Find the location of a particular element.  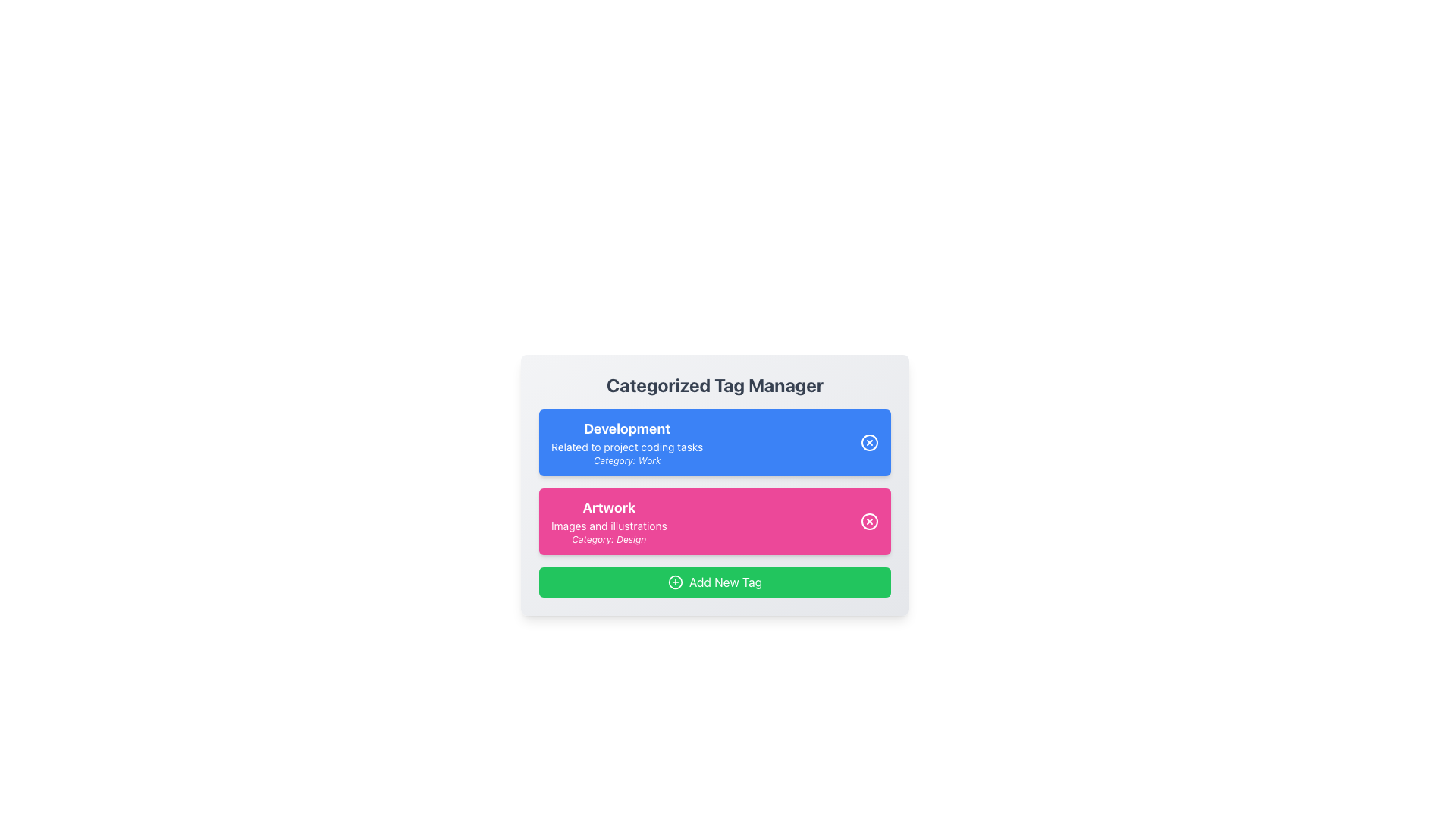

the textual label or tag information card that displays 'Development' in bold, 'Related to project coding tasks' in regular font, and 'Category: Work' in italicized text, positioned under the header 'Categorized Tag Manager' is located at coordinates (627, 442).